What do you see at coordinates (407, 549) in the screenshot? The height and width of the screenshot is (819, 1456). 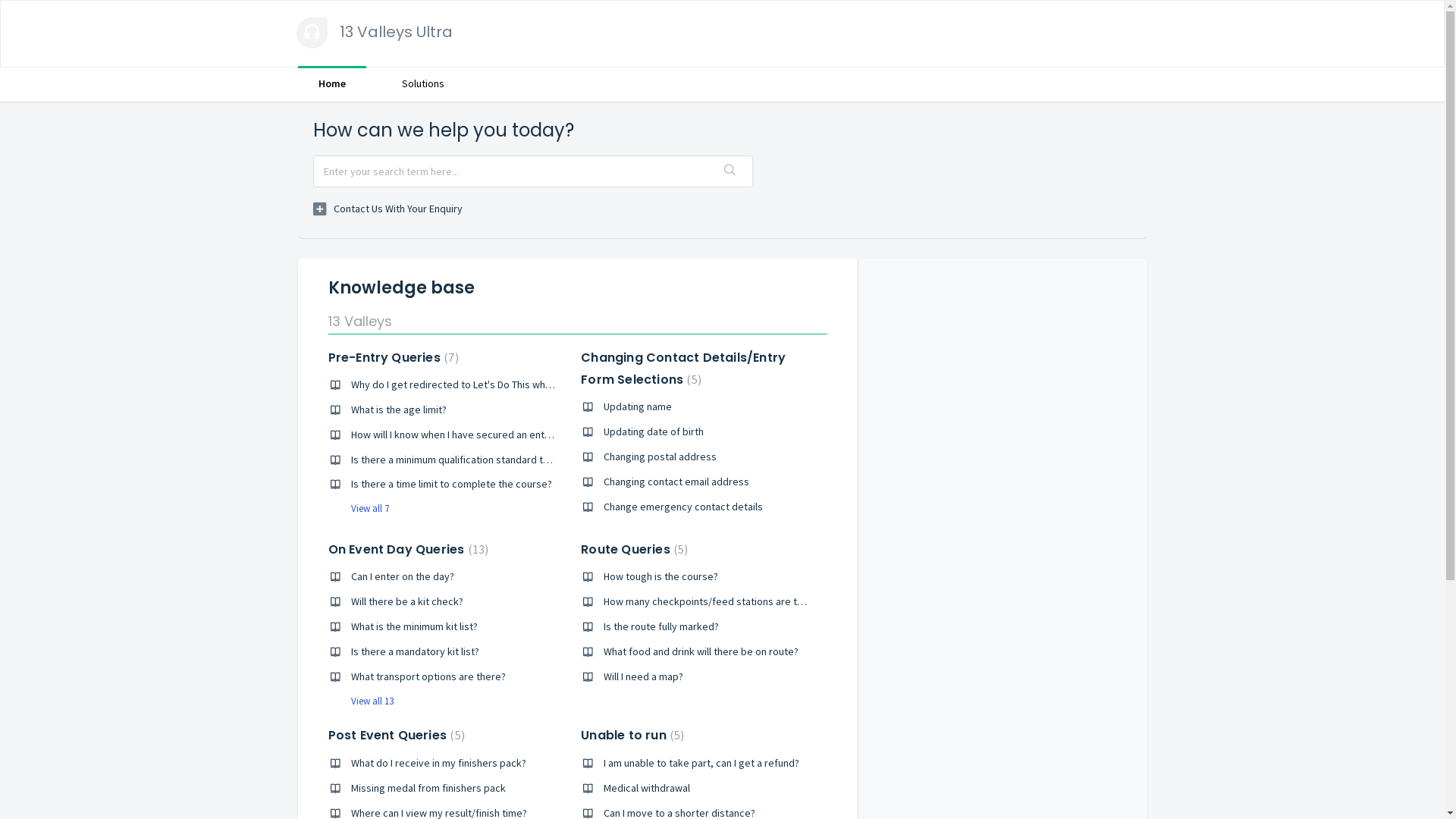 I see `'On Event Day Queries 13'` at bounding box center [407, 549].